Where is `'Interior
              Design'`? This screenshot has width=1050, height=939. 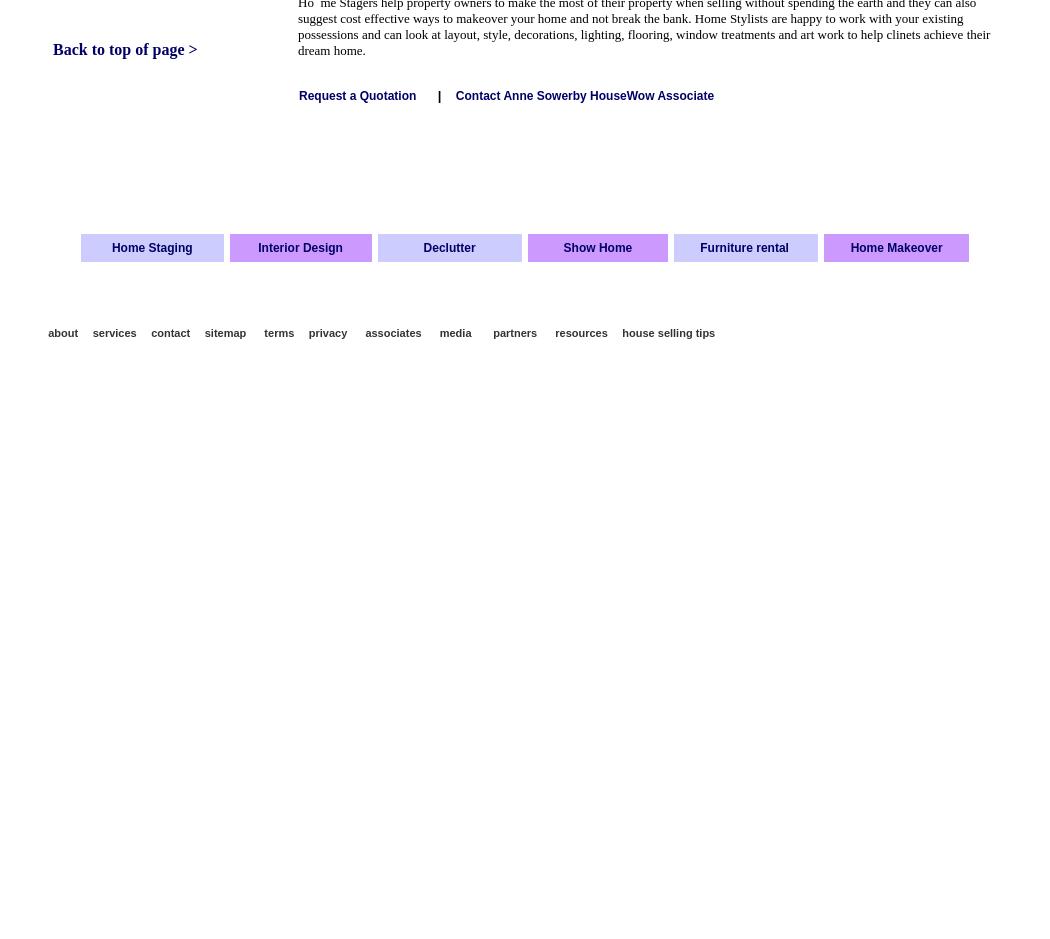 'Interior
              Design' is located at coordinates (298, 246).